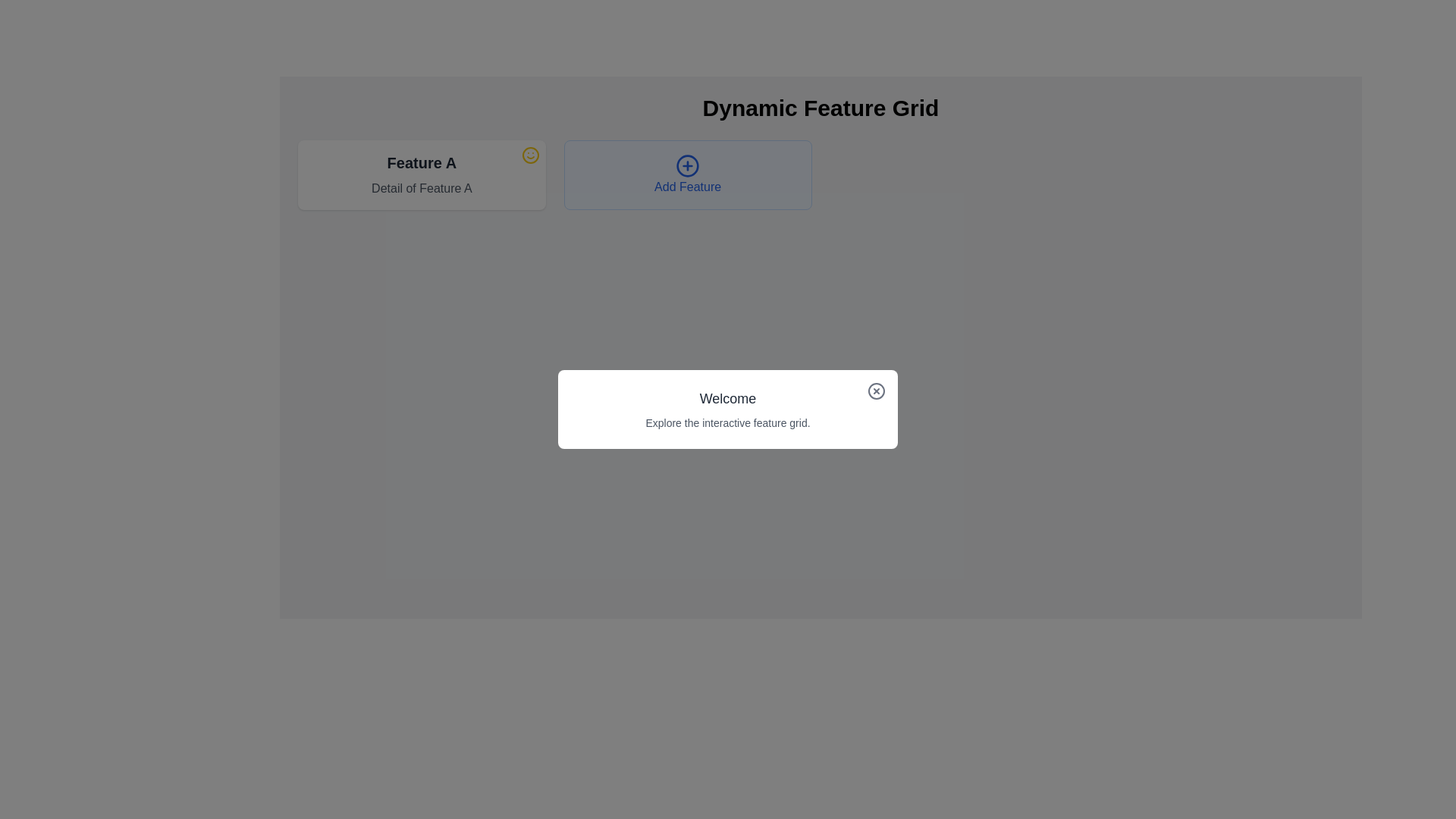 The width and height of the screenshot is (1456, 819). I want to click on the static text element containing 'Detail of Feature A' which is styled with a gray font and situated below the 'Feature A' heading, so click(422, 188).